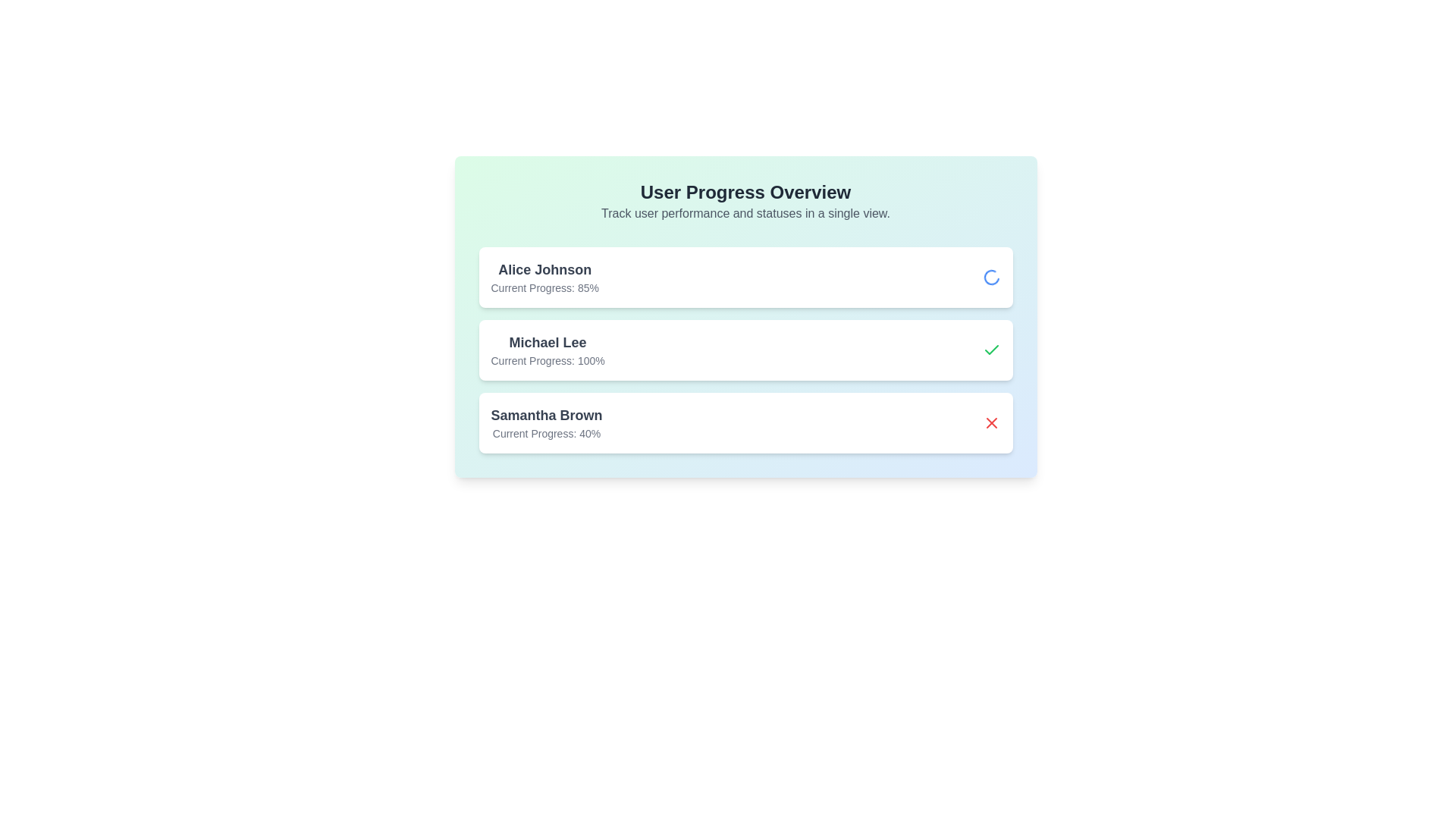 The height and width of the screenshot is (819, 1456). I want to click on the User information card displaying 'Samantha Brown' with a red cross icon on the right, which is the third card in the stacked list, so click(745, 423).